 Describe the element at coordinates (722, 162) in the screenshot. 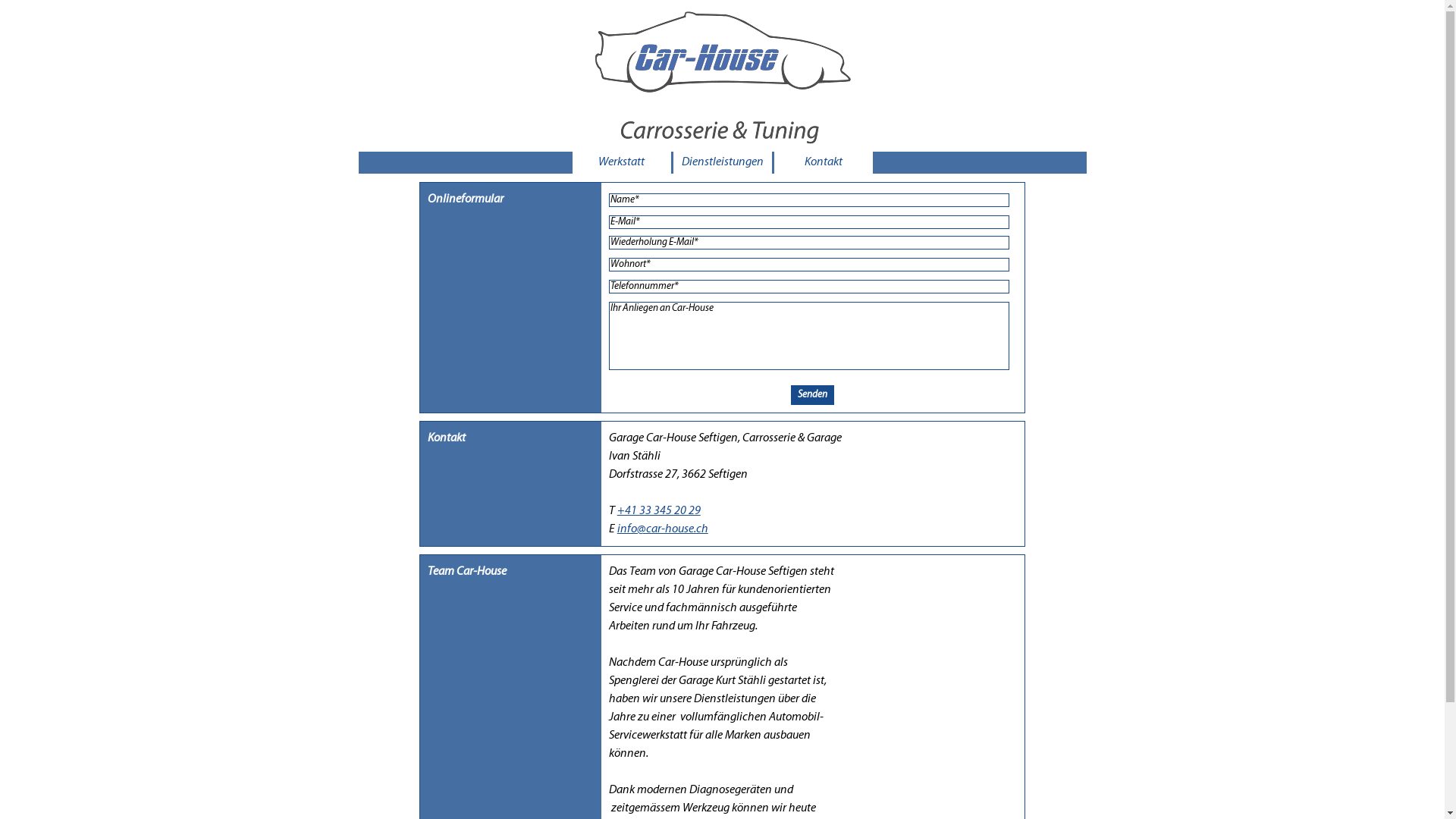

I see `'Dienstleistungen'` at that location.